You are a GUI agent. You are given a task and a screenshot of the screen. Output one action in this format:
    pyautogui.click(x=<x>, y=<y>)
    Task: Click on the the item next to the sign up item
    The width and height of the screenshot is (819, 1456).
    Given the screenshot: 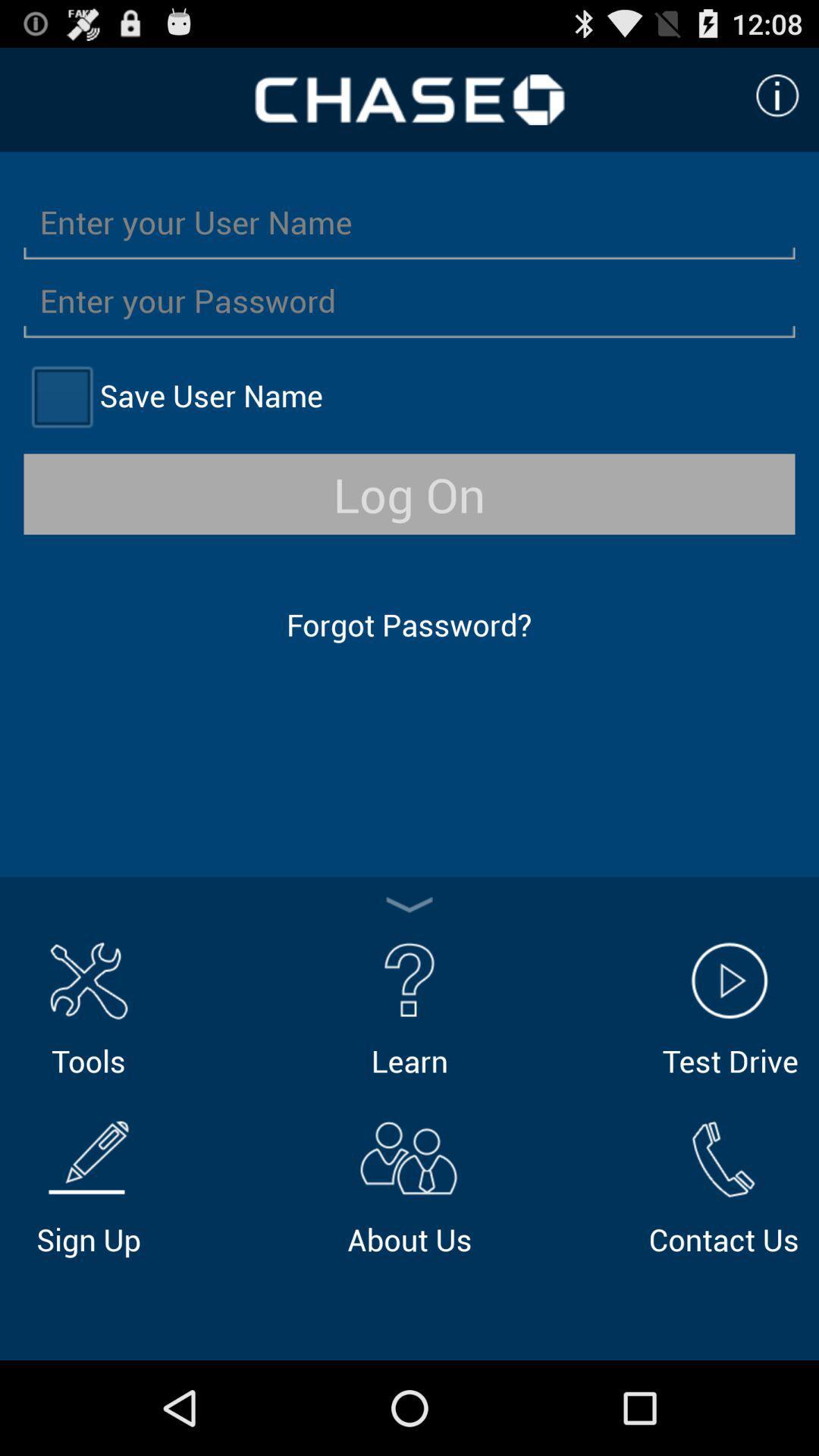 What is the action you would take?
    pyautogui.click(x=409, y=1185)
    